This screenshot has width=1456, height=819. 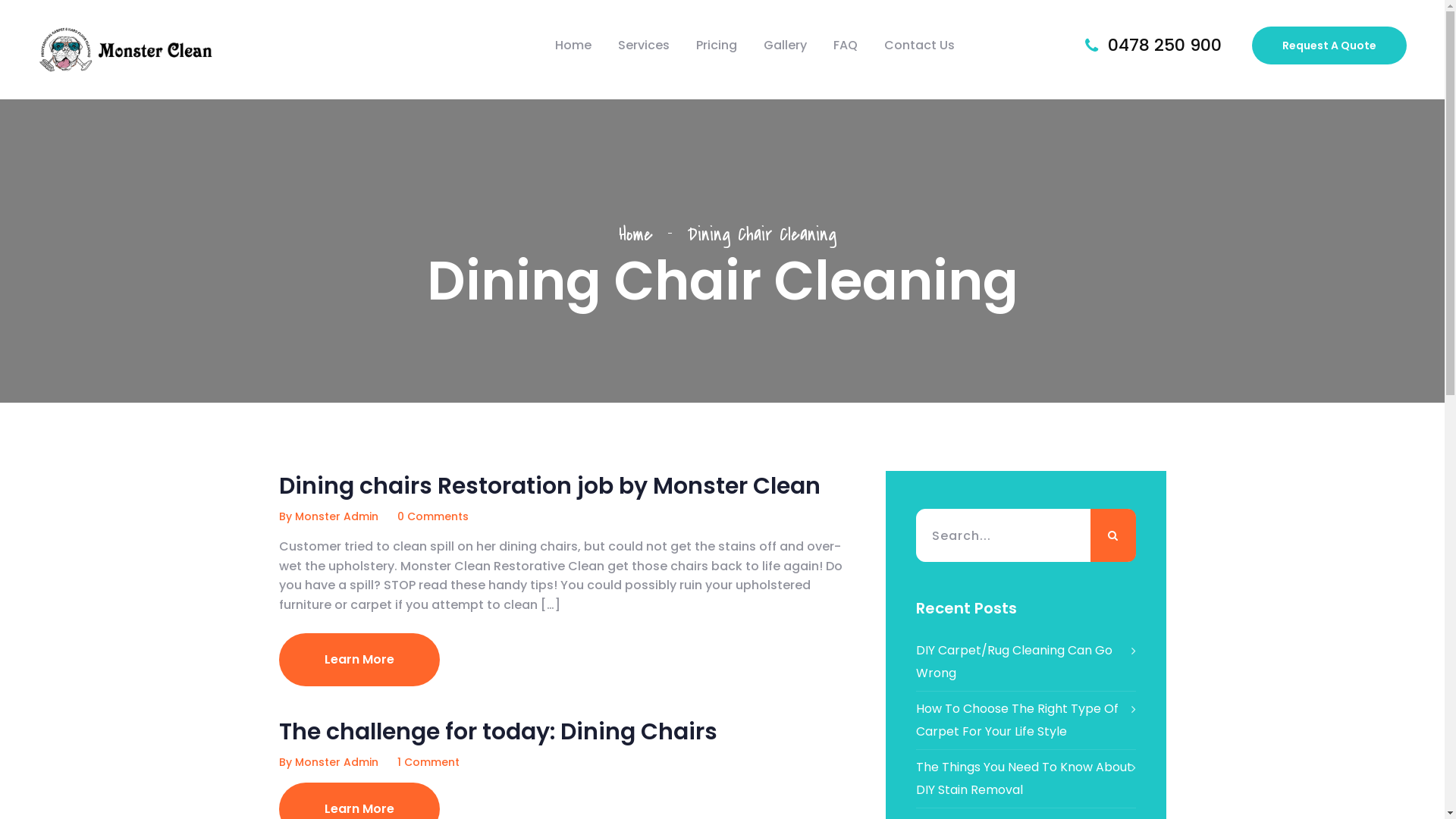 What do you see at coordinates (884, 45) in the screenshot?
I see `'Contact Us'` at bounding box center [884, 45].